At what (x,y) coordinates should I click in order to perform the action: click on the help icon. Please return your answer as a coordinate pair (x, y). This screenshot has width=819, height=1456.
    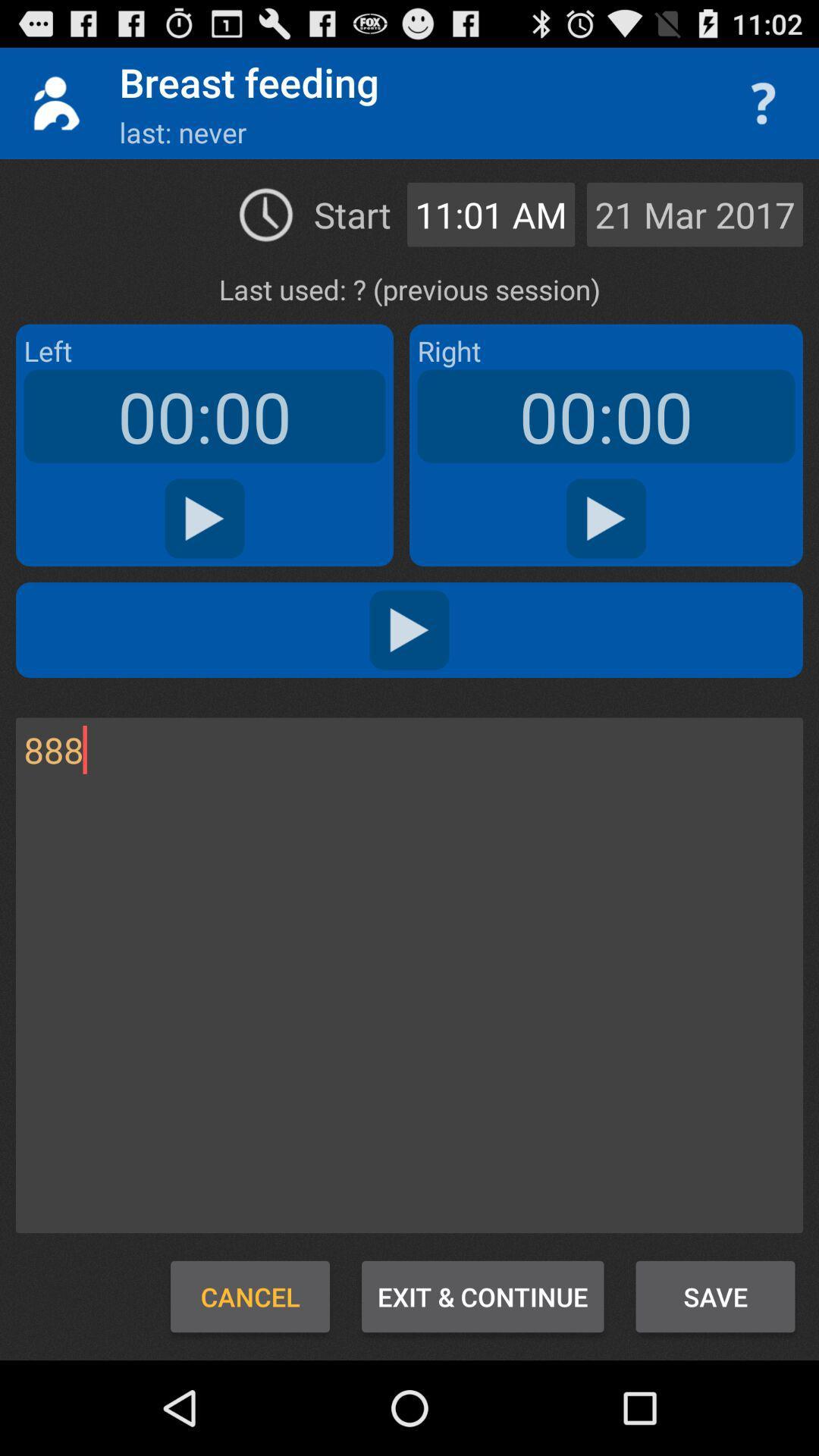
    Looking at the image, I should click on (763, 110).